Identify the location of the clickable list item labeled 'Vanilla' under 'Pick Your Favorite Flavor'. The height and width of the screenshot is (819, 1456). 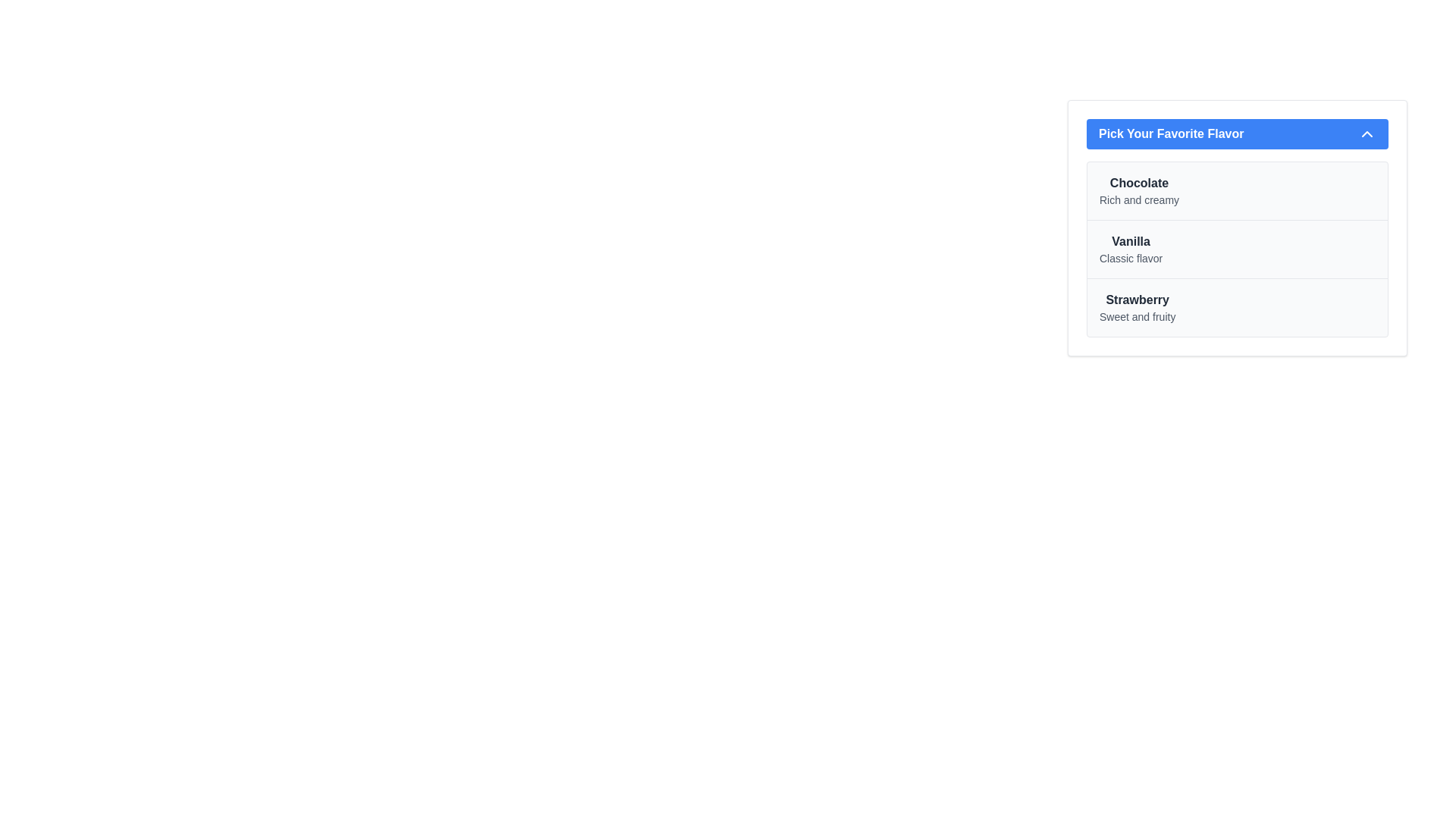
(1238, 227).